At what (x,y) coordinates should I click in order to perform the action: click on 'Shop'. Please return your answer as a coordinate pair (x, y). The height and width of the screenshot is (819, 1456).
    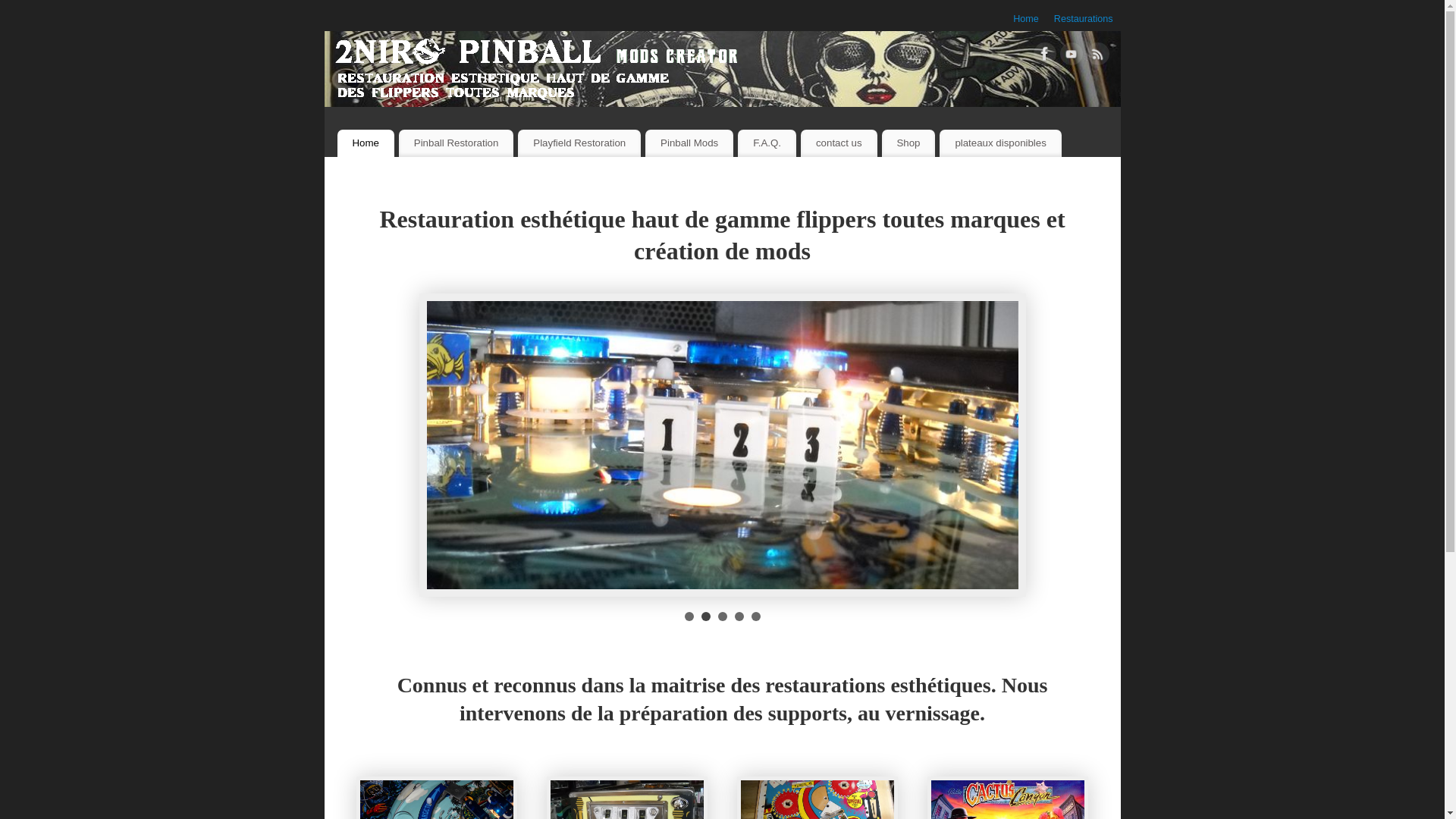
    Looking at the image, I should click on (880, 143).